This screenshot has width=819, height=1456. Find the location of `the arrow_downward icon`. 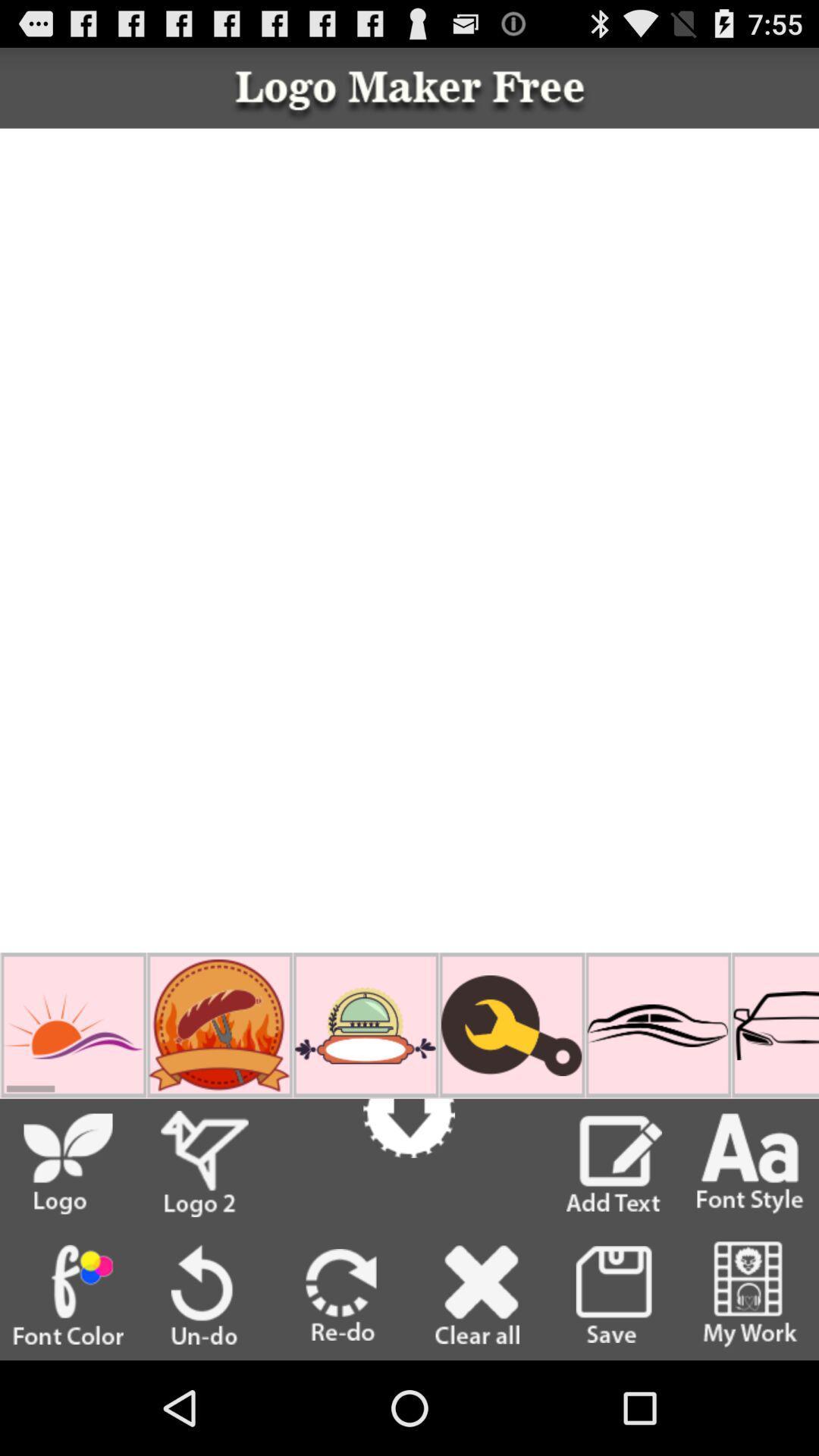

the arrow_downward icon is located at coordinates (408, 1189).